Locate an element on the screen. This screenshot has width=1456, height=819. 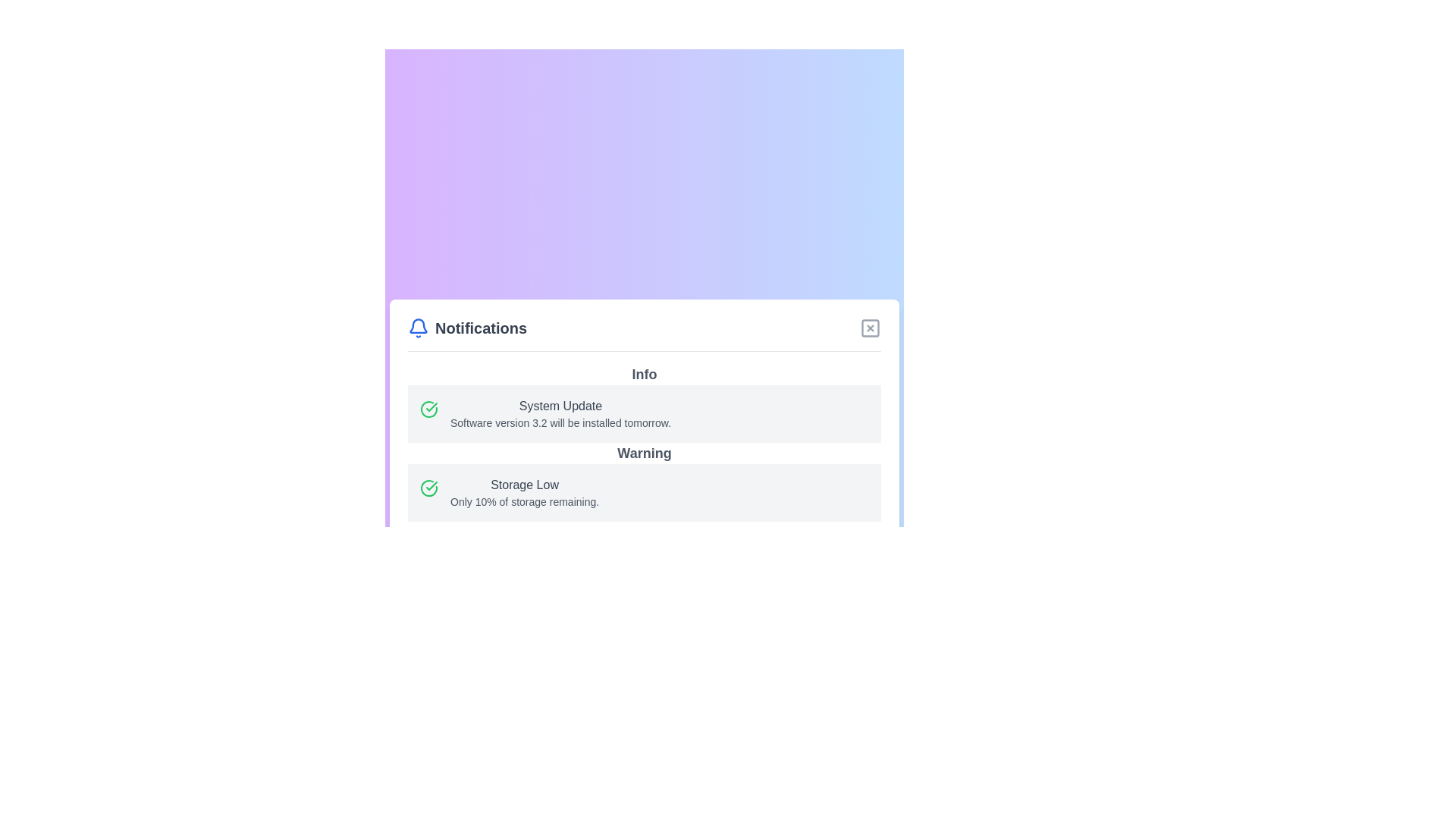
the warning notification titled 'Warning' that displays the message 'Storage Low' and is styled with a green checkmark icon, located in the notification panel is located at coordinates (644, 482).